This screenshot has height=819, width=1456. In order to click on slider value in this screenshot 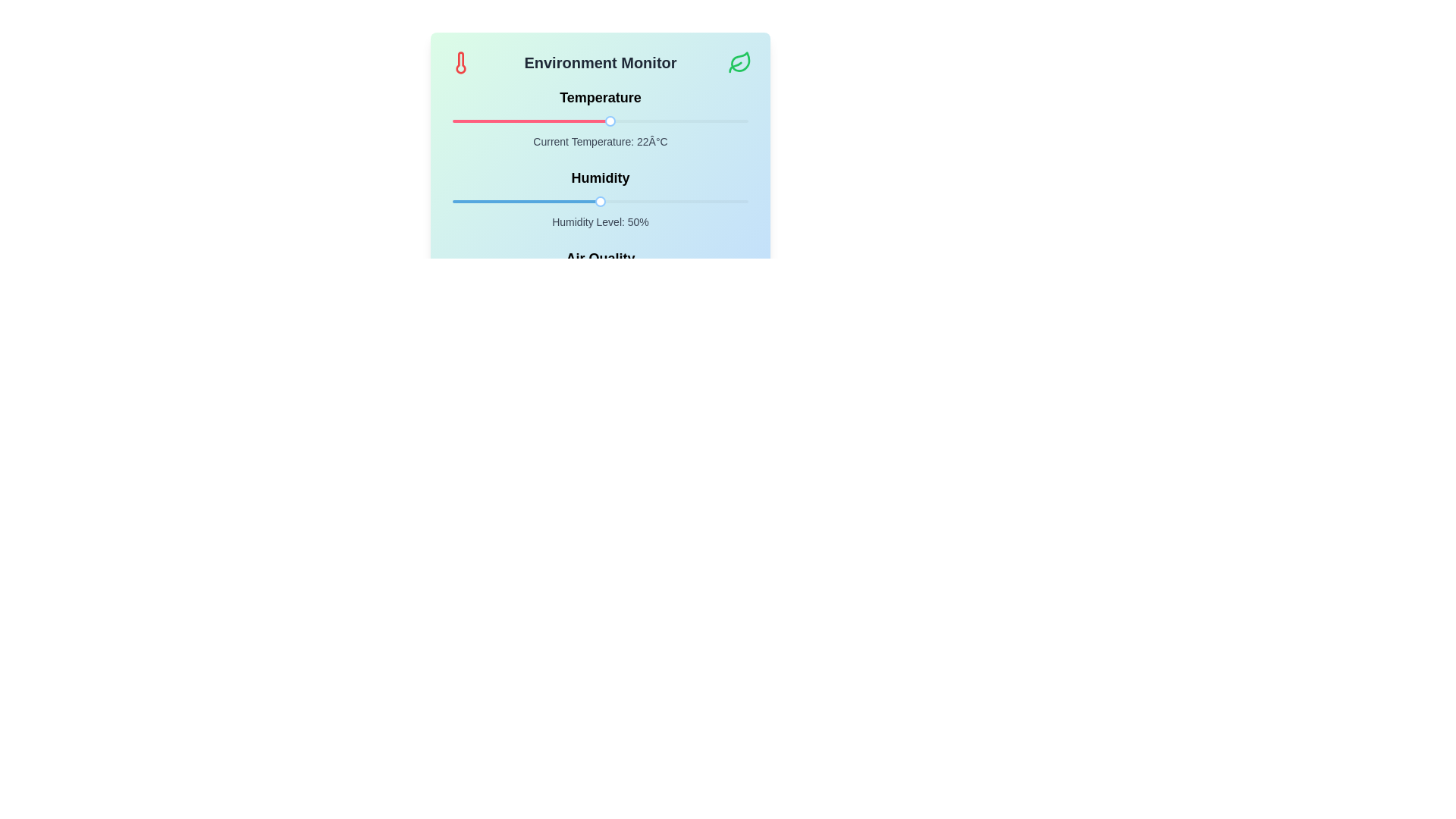, I will do `click(559, 201)`.